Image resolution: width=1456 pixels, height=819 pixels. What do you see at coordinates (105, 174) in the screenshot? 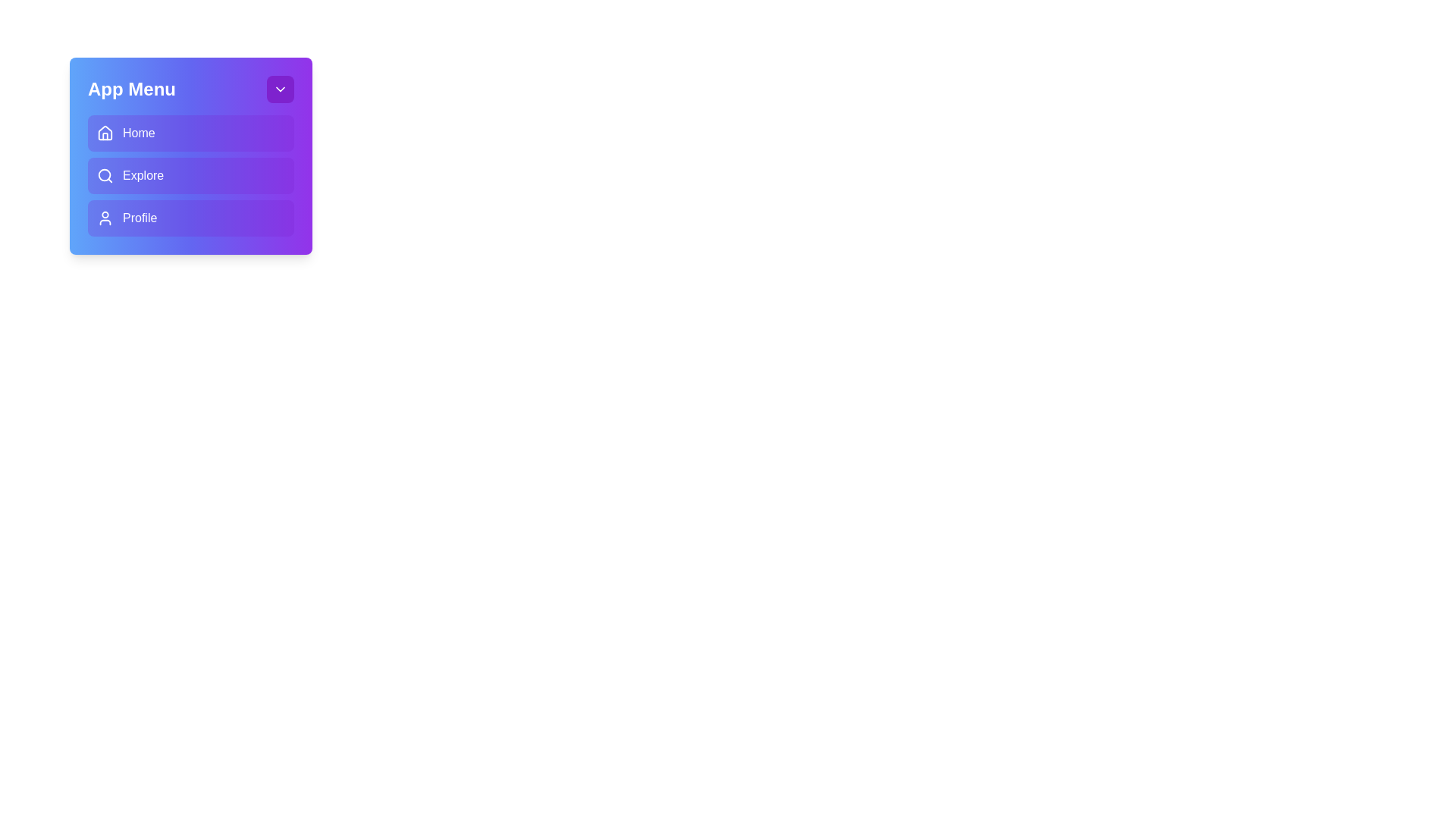
I see `the magnifying glass icon located at the start of the 'Explore' menu item` at bounding box center [105, 174].